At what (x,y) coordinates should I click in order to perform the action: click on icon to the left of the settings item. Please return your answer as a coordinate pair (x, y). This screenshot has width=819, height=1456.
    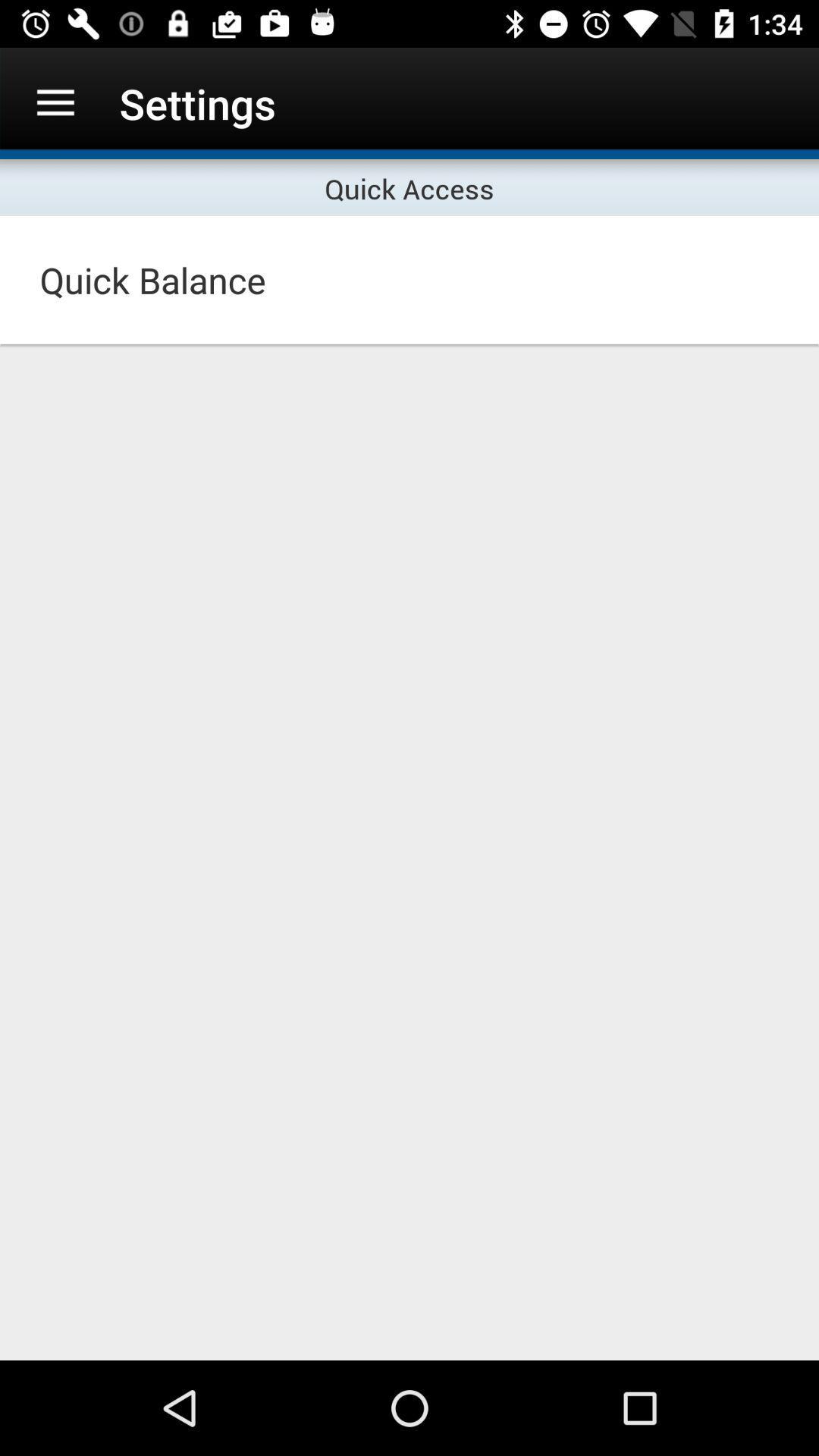
    Looking at the image, I should click on (55, 102).